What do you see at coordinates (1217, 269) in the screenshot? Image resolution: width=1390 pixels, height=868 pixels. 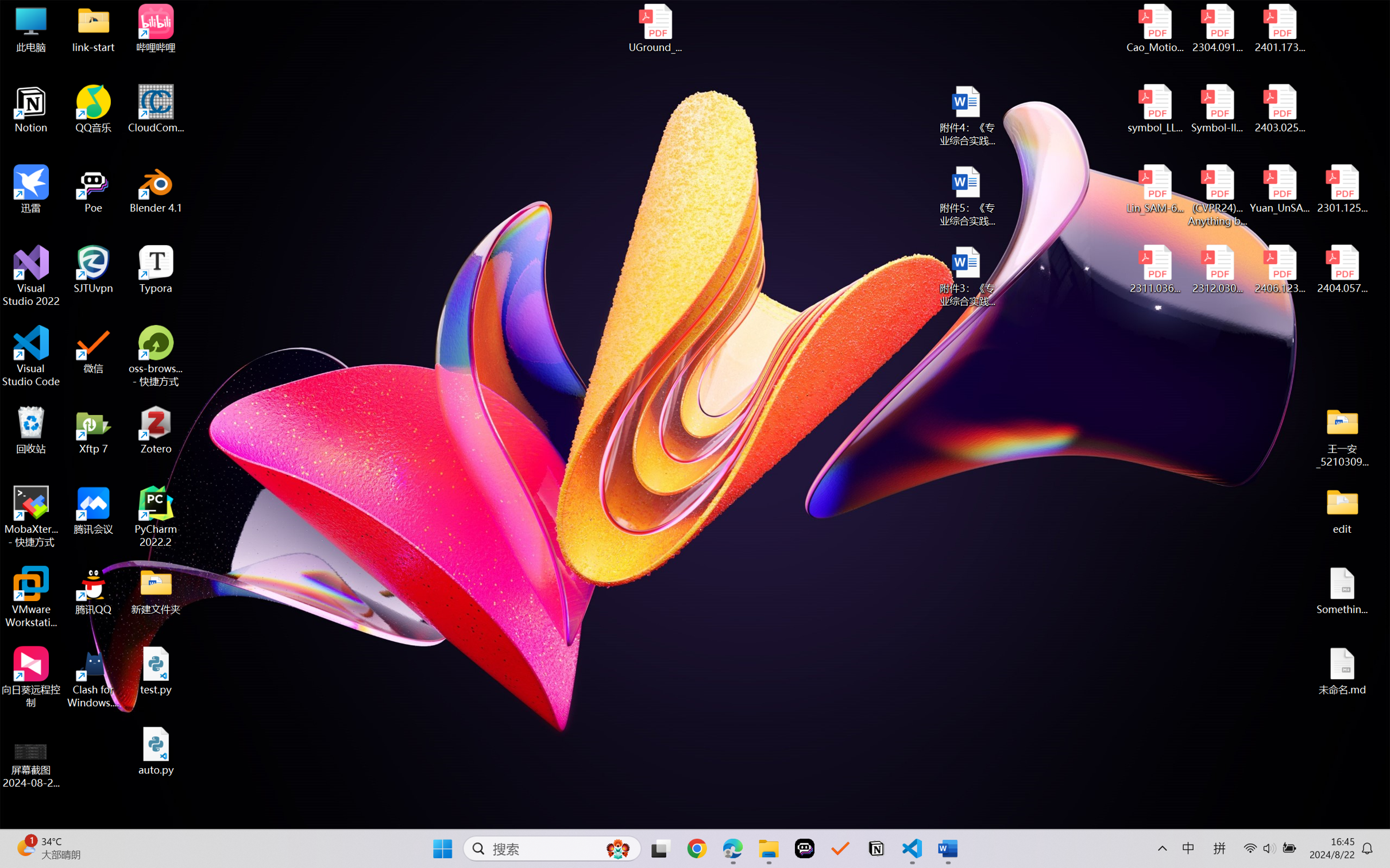 I see `'2312.03032v2.pdf'` at bounding box center [1217, 269].